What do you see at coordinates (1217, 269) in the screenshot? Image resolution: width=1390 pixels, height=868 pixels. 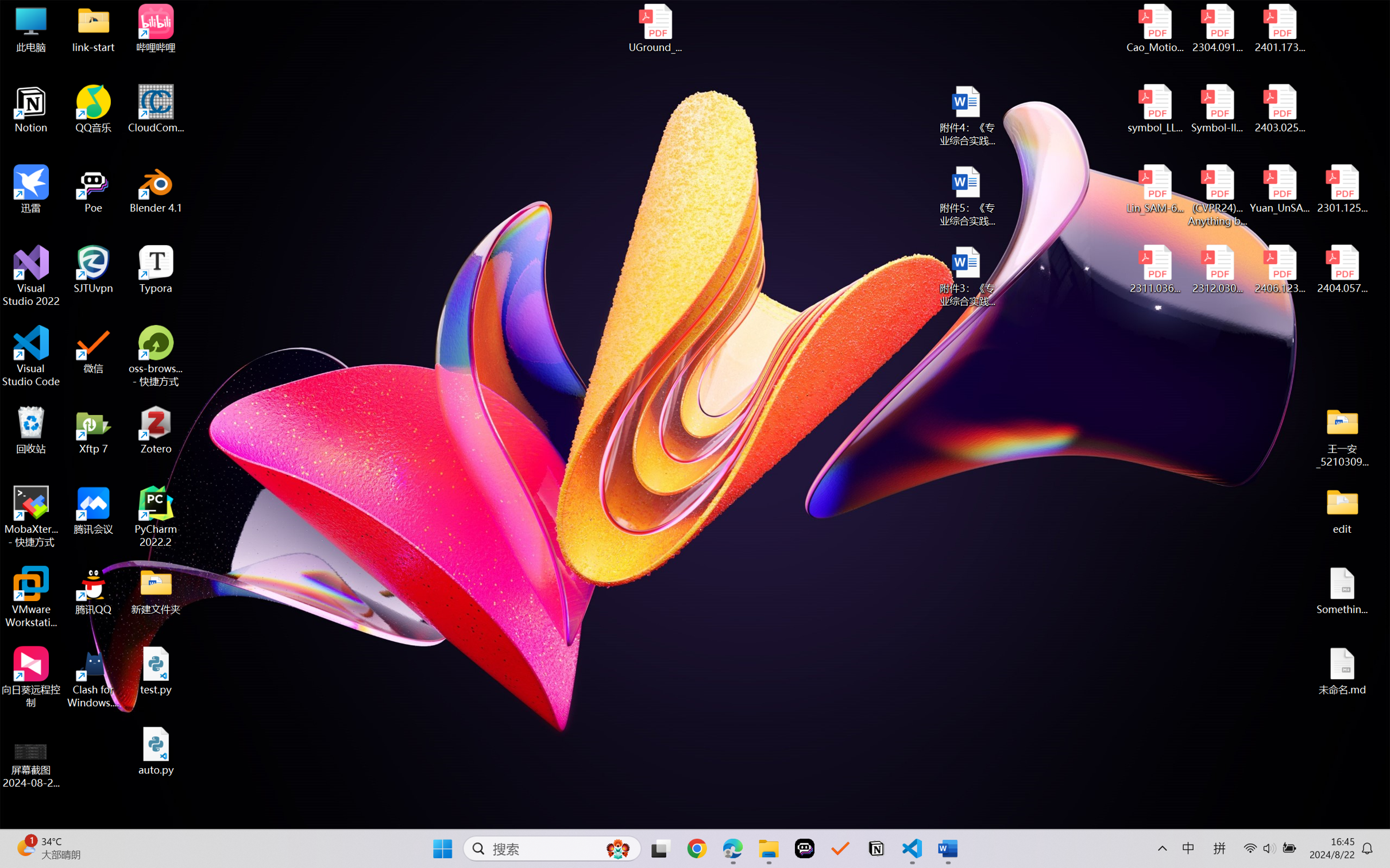 I see `'2312.03032v2.pdf'` at bounding box center [1217, 269].